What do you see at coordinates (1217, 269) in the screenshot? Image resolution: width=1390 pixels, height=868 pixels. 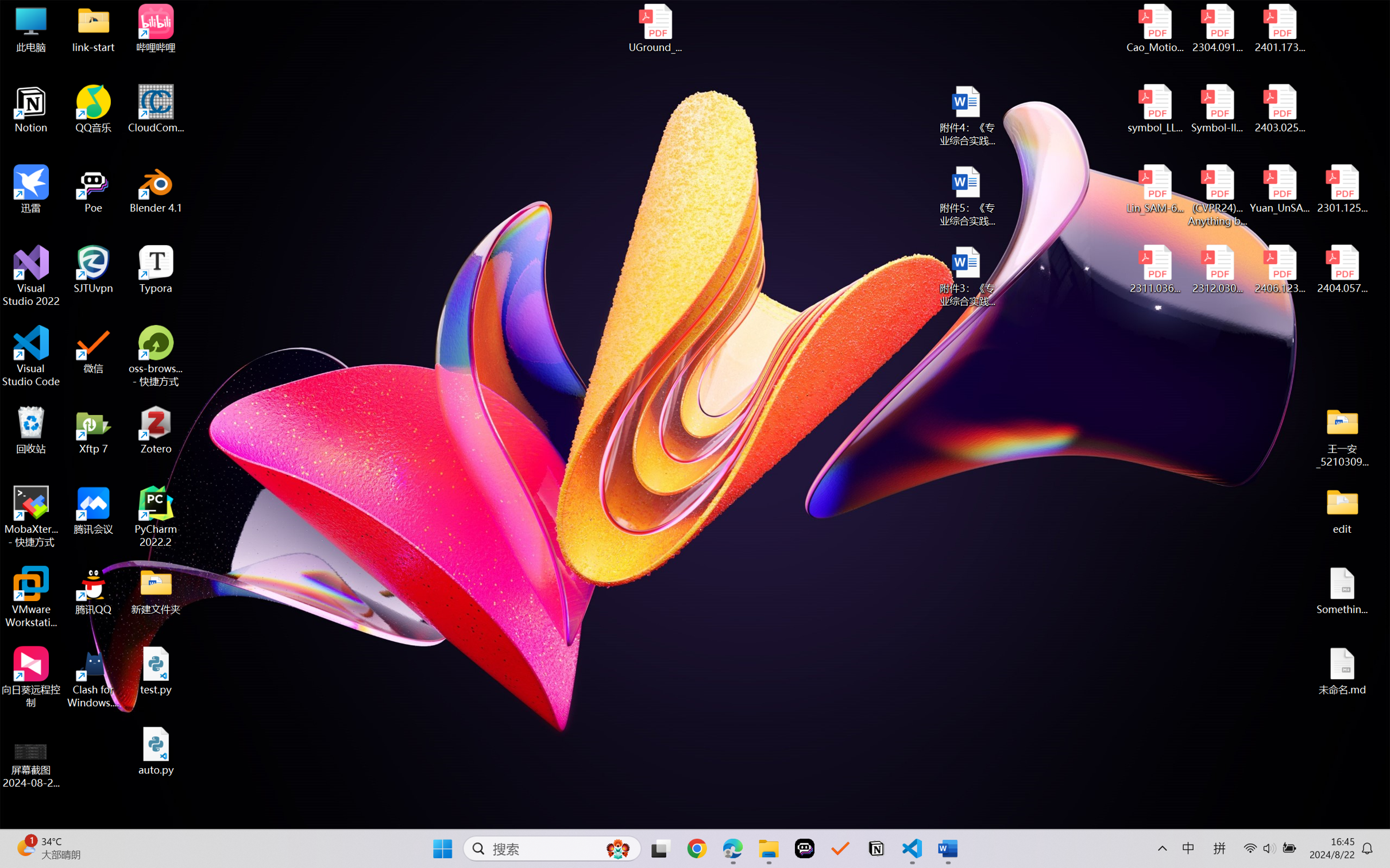 I see `'2312.03032v2.pdf'` at bounding box center [1217, 269].